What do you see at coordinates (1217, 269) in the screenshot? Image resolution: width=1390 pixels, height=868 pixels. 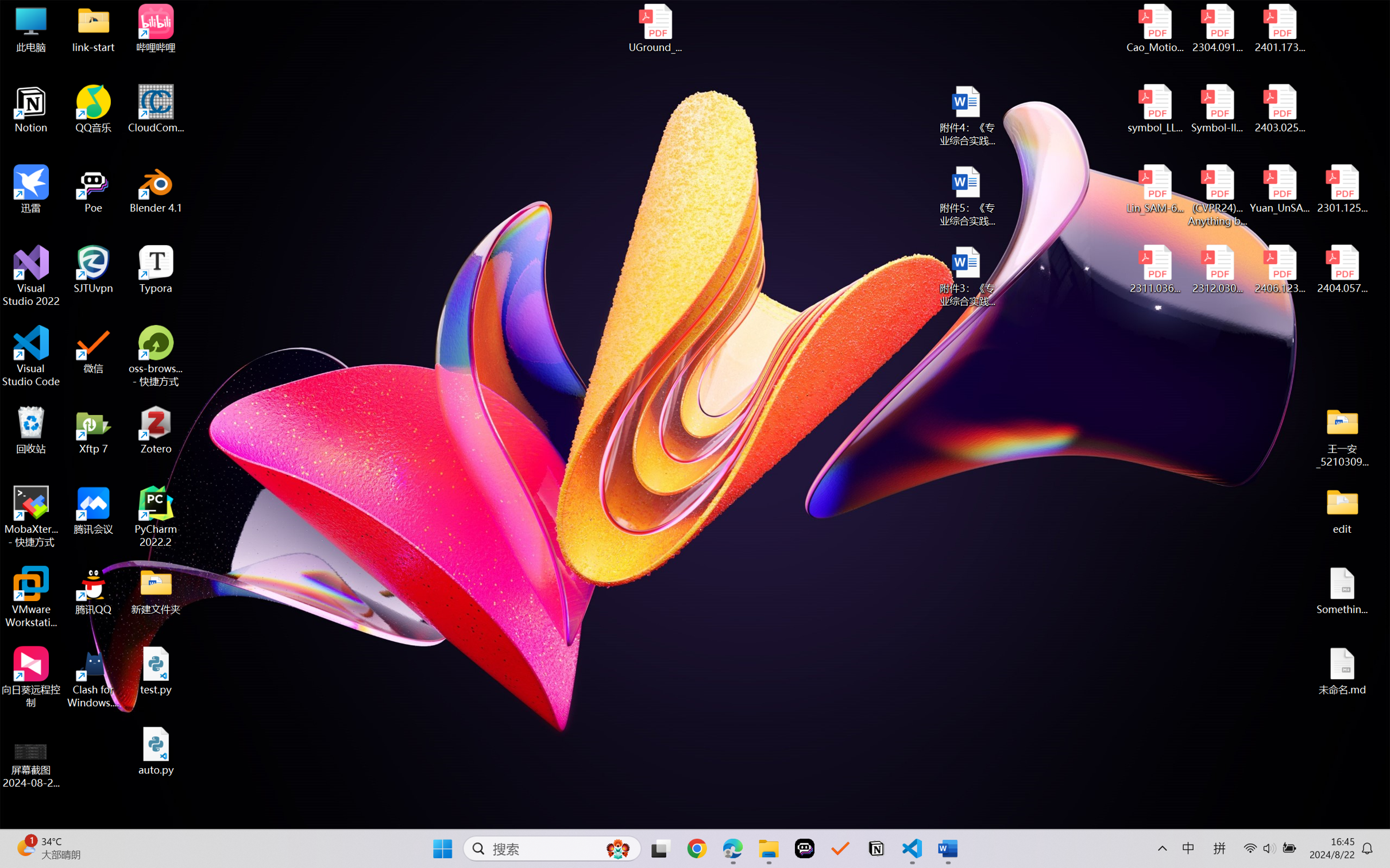 I see `'2312.03032v2.pdf'` at bounding box center [1217, 269].